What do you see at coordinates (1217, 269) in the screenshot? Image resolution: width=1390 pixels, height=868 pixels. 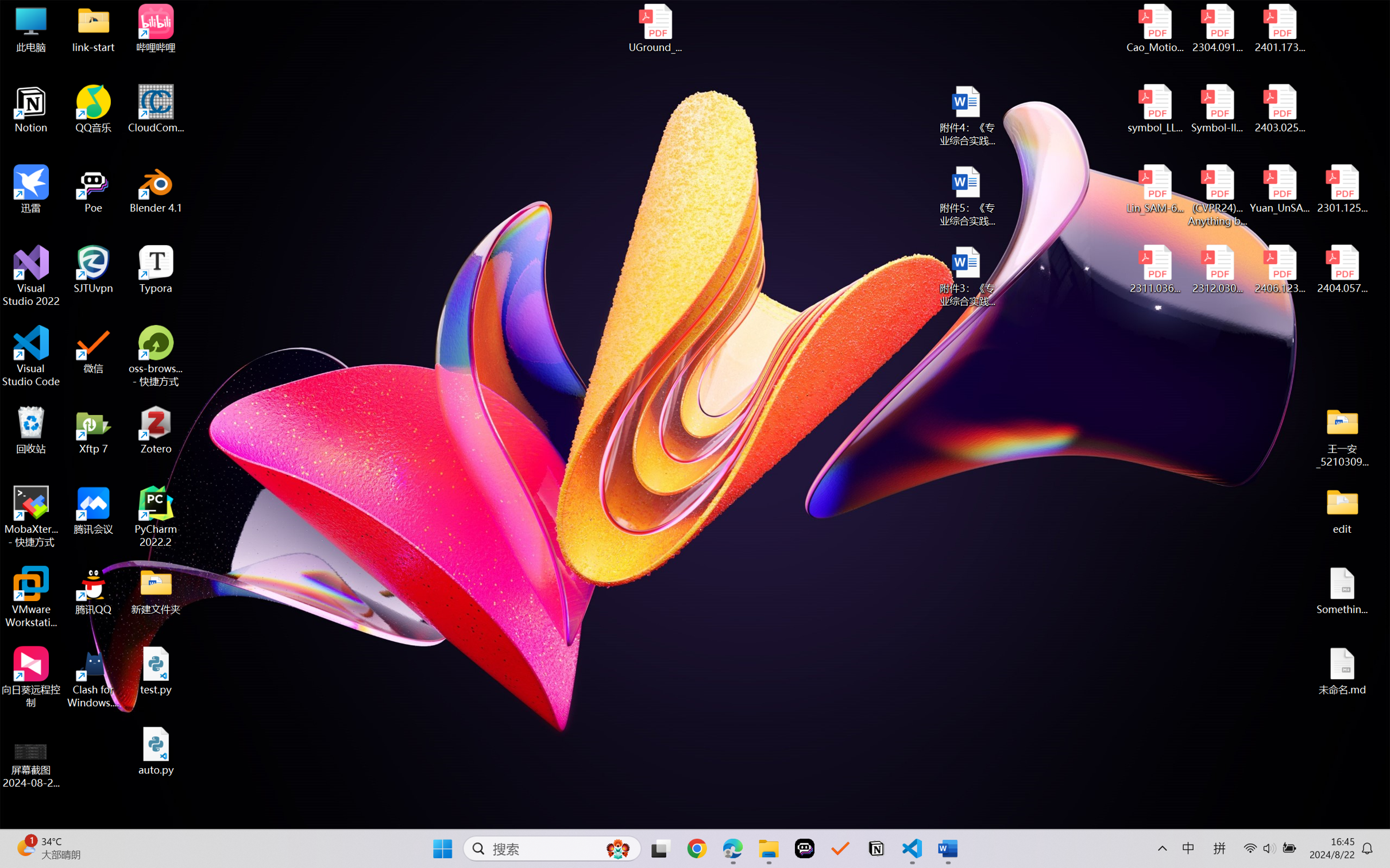 I see `'2312.03032v2.pdf'` at bounding box center [1217, 269].